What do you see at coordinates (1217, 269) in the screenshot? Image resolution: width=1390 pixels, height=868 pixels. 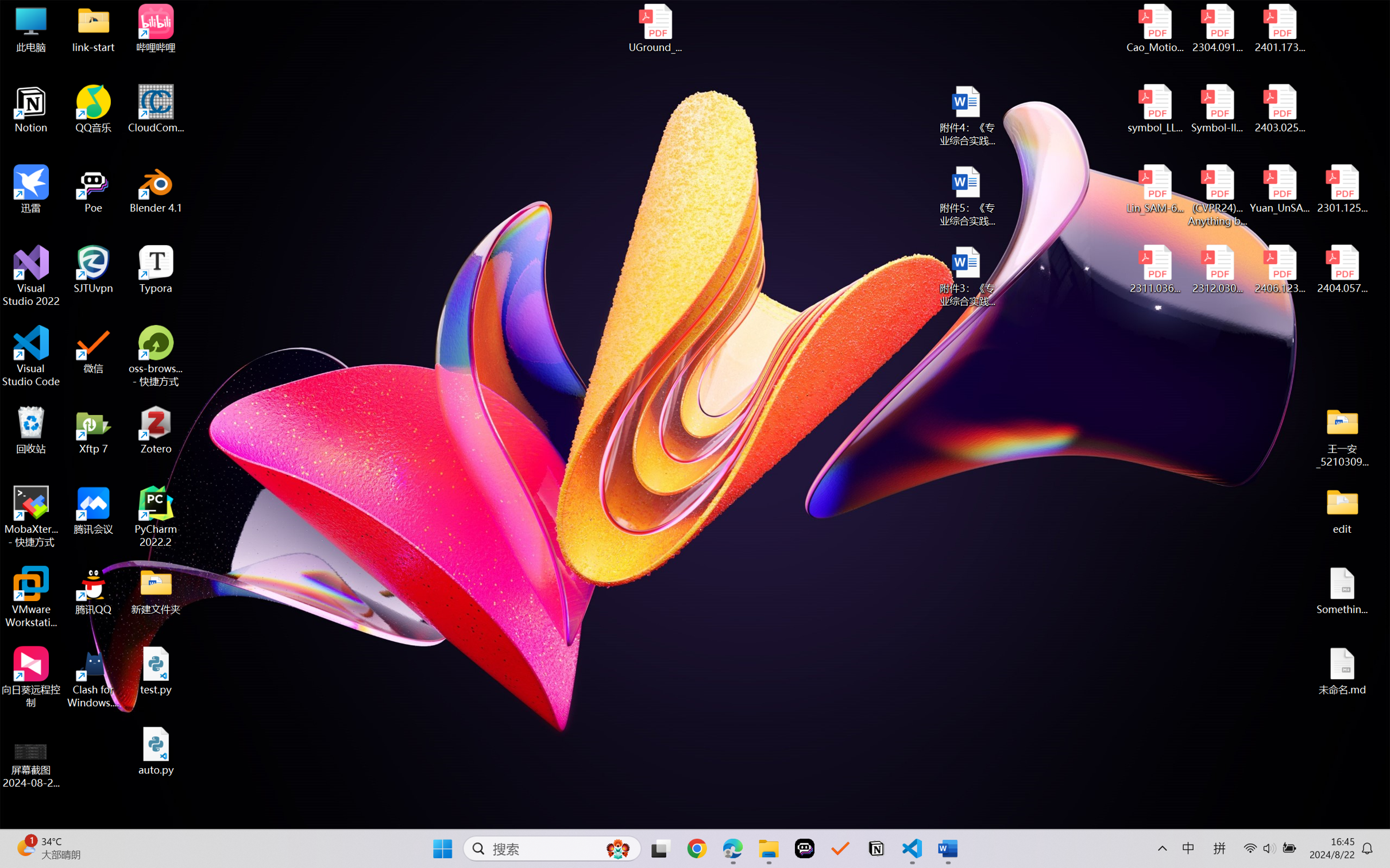 I see `'2312.03032v2.pdf'` at bounding box center [1217, 269].